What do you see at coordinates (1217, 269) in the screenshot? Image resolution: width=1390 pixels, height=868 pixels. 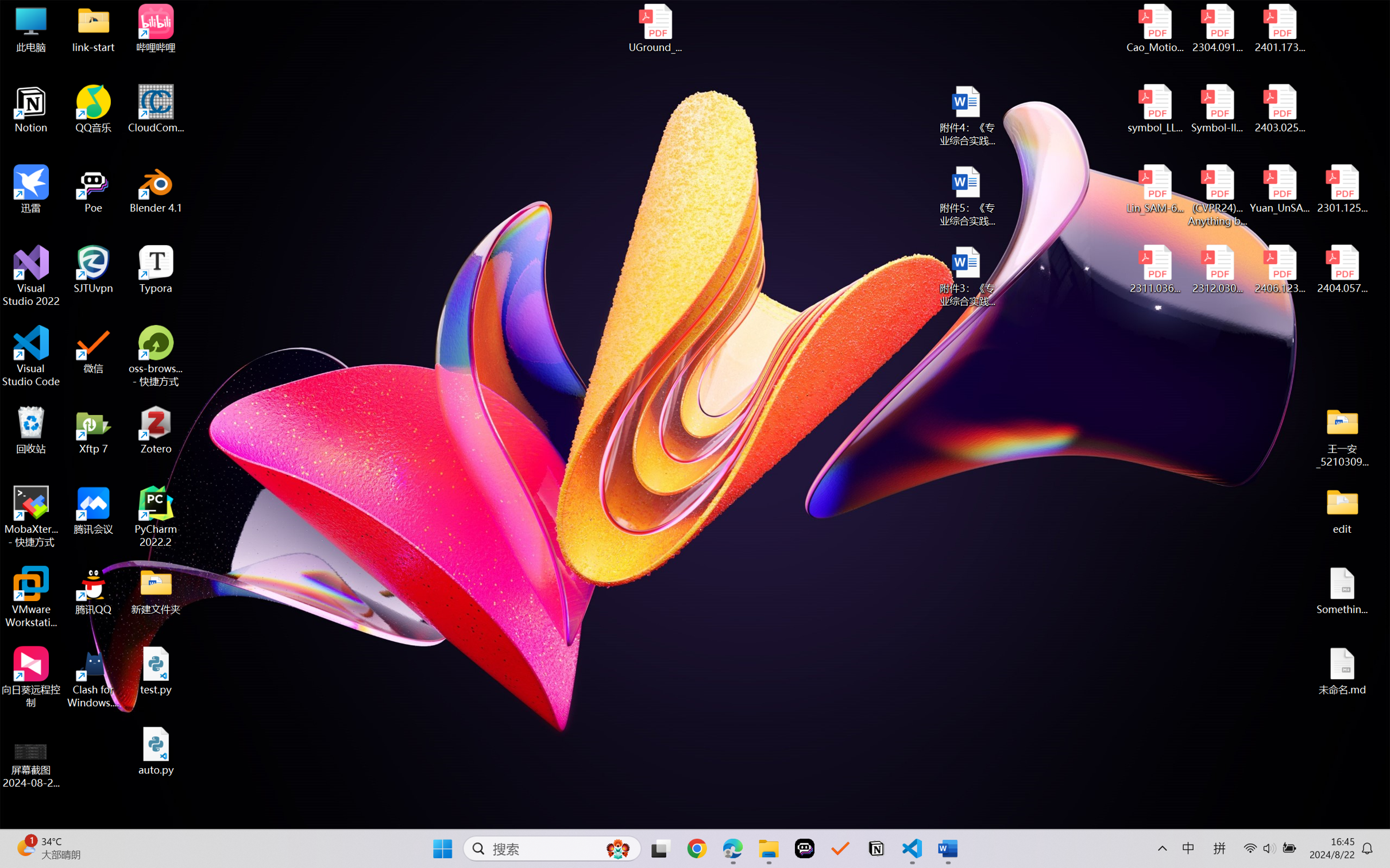 I see `'2312.03032v2.pdf'` at bounding box center [1217, 269].